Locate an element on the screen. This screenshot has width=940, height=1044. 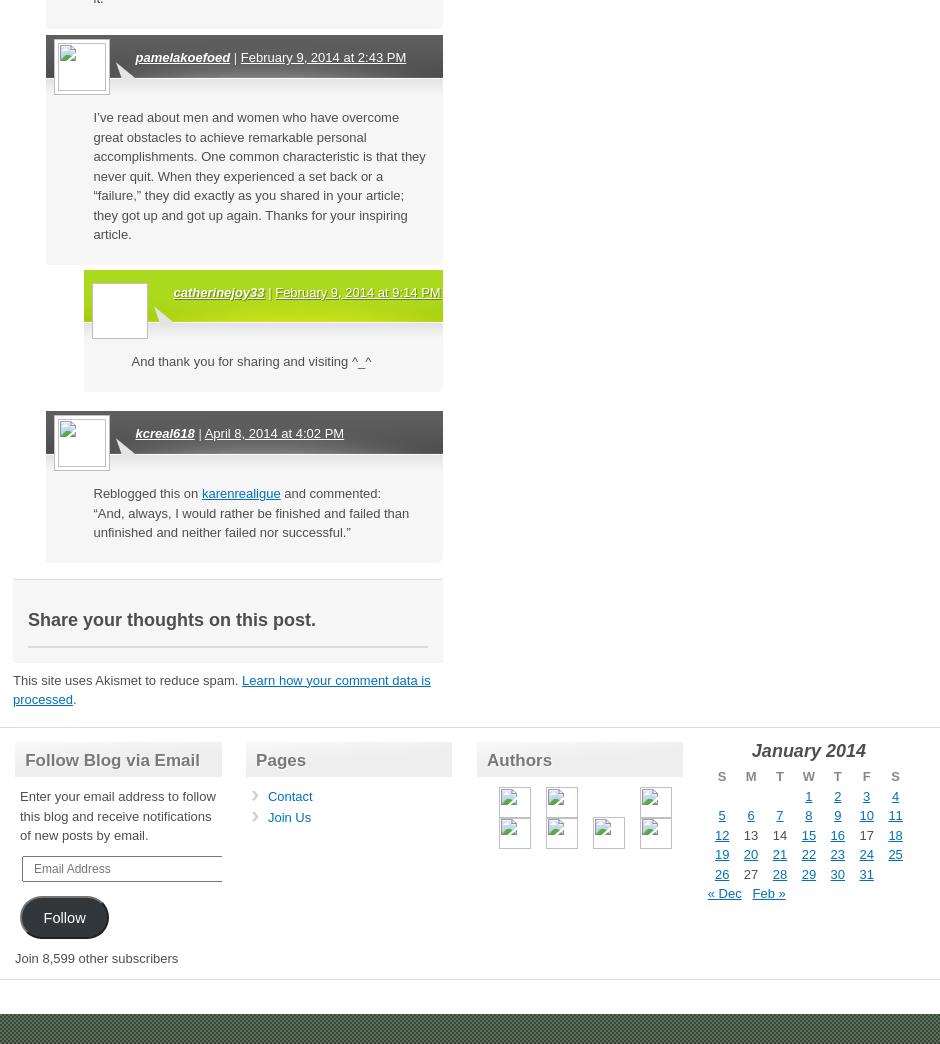
'karenrealigue' is located at coordinates (240, 493).